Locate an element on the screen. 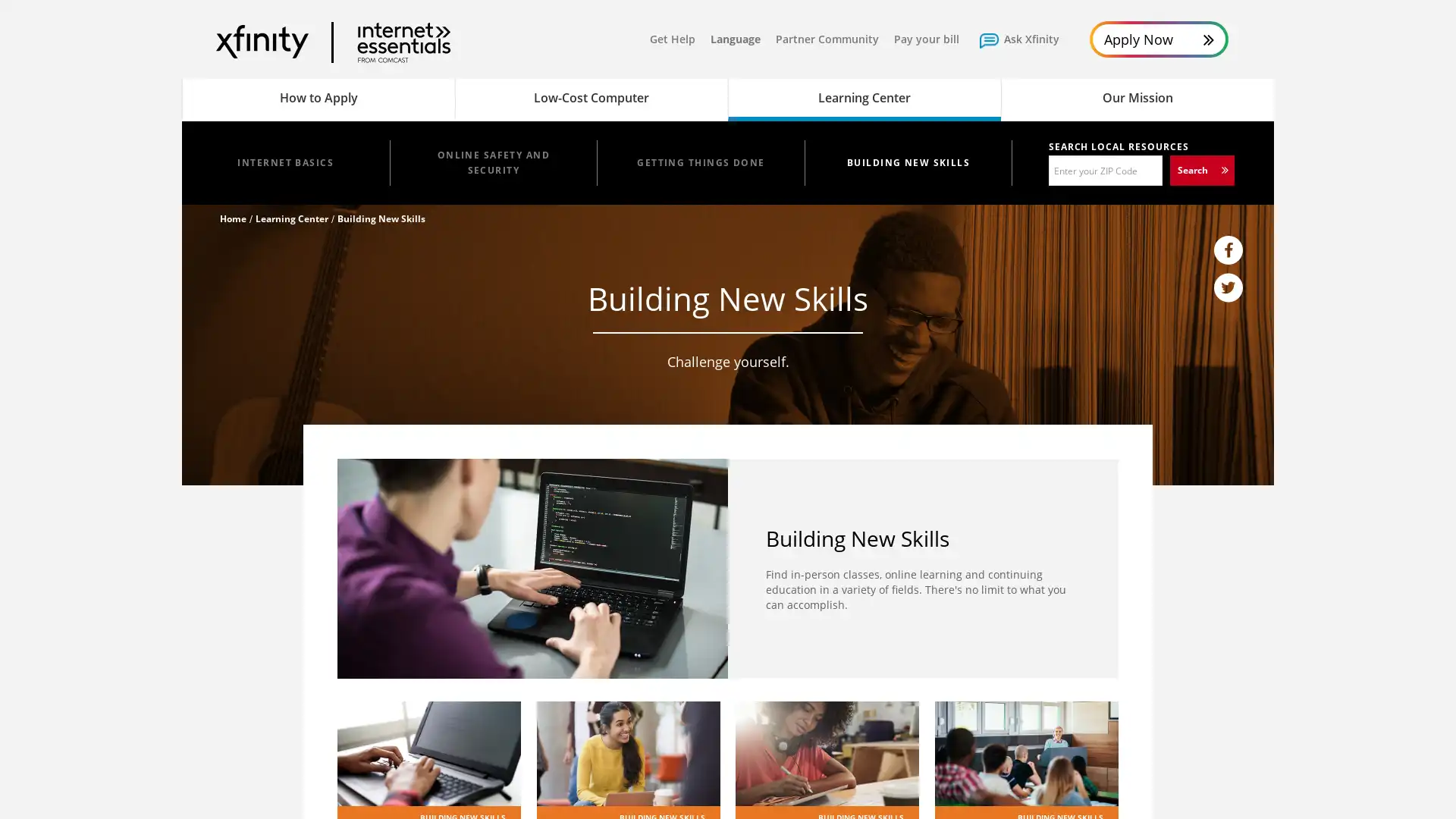 The width and height of the screenshot is (1456, 819). Apply Now is located at coordinates (1158, 35).